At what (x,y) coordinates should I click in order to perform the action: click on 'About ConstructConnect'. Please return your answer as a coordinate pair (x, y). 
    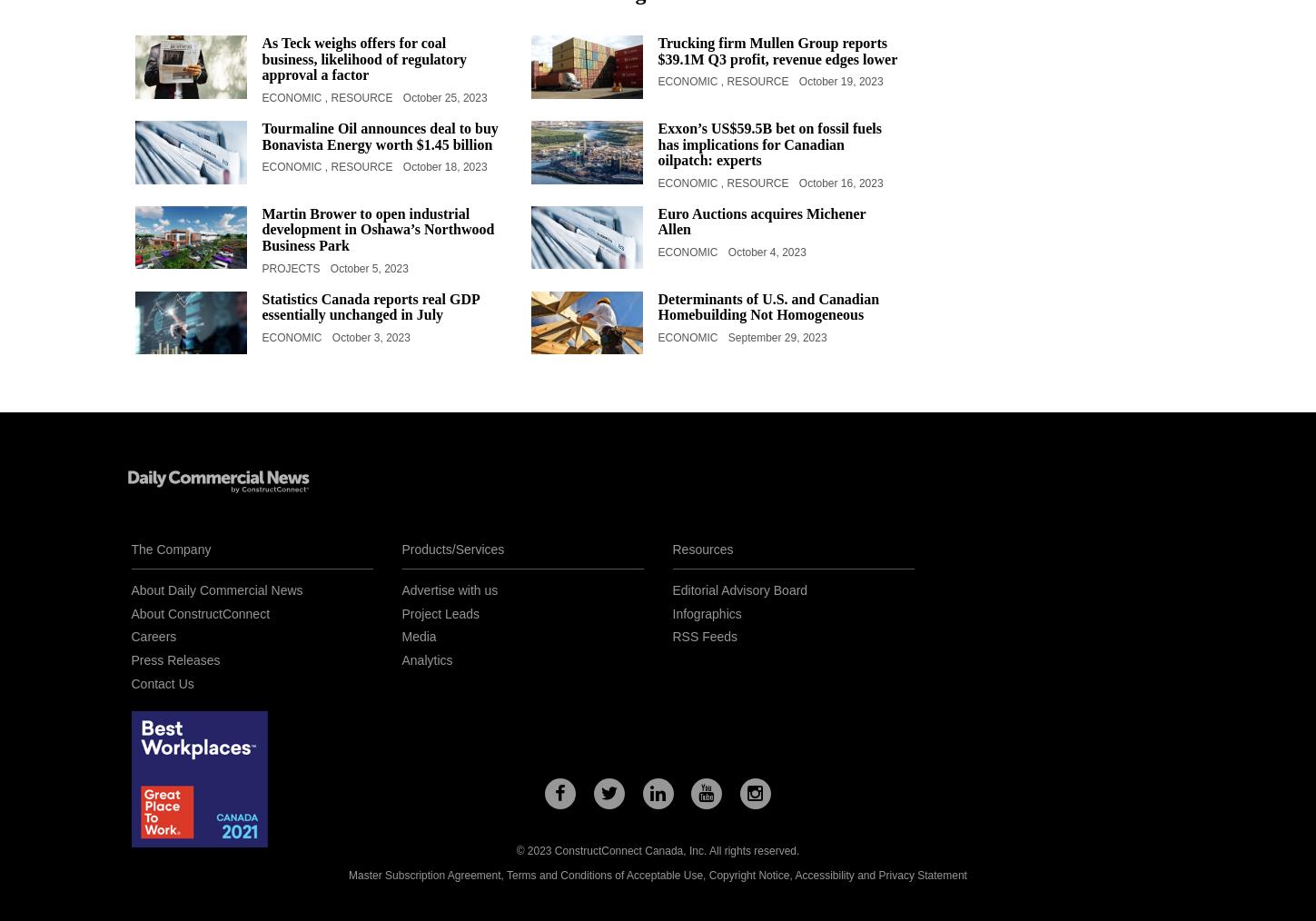
    Looking at the image, I should click on (130, 613).